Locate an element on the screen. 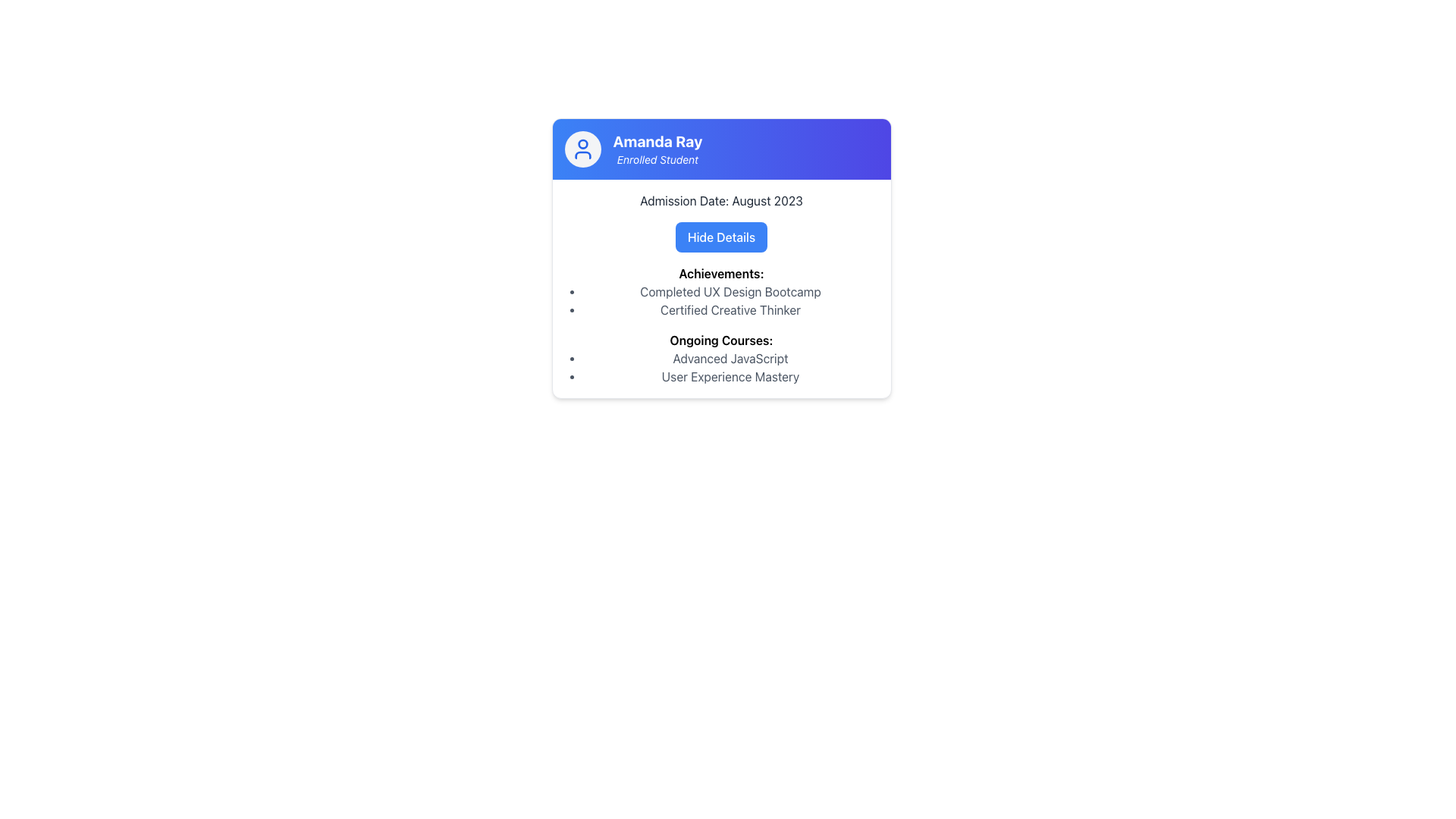 The image size is (1456, 819). the 'Enrolled Student' text label located below the 'Amanda Ray' text in the blue header box is located at coordinates (657, 160).